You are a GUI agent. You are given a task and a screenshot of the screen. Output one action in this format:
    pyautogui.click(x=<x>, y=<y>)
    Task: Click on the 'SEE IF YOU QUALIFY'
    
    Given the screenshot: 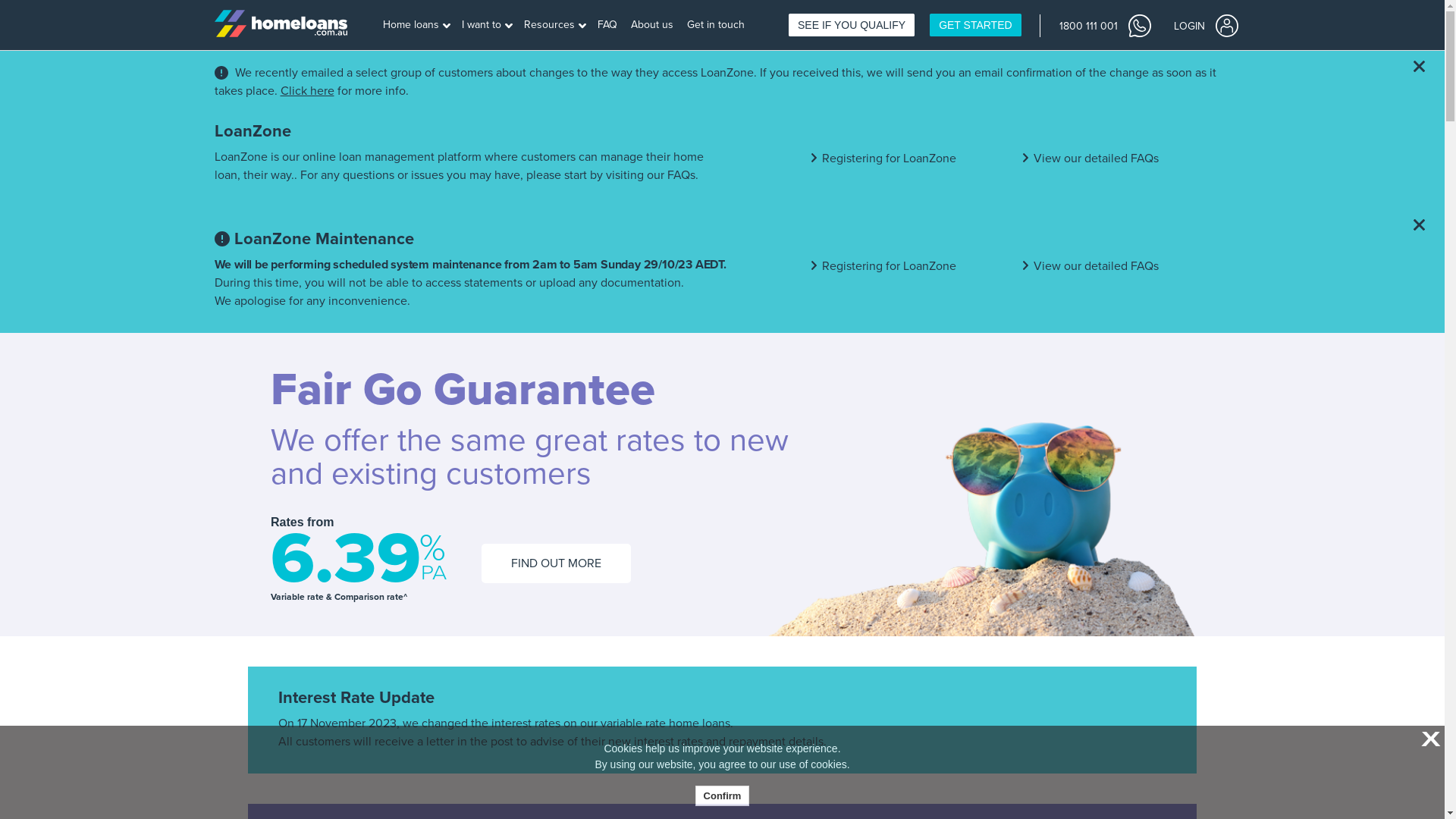 What is the action you would take?
    pyautogui.click(x=789, y=25)
    